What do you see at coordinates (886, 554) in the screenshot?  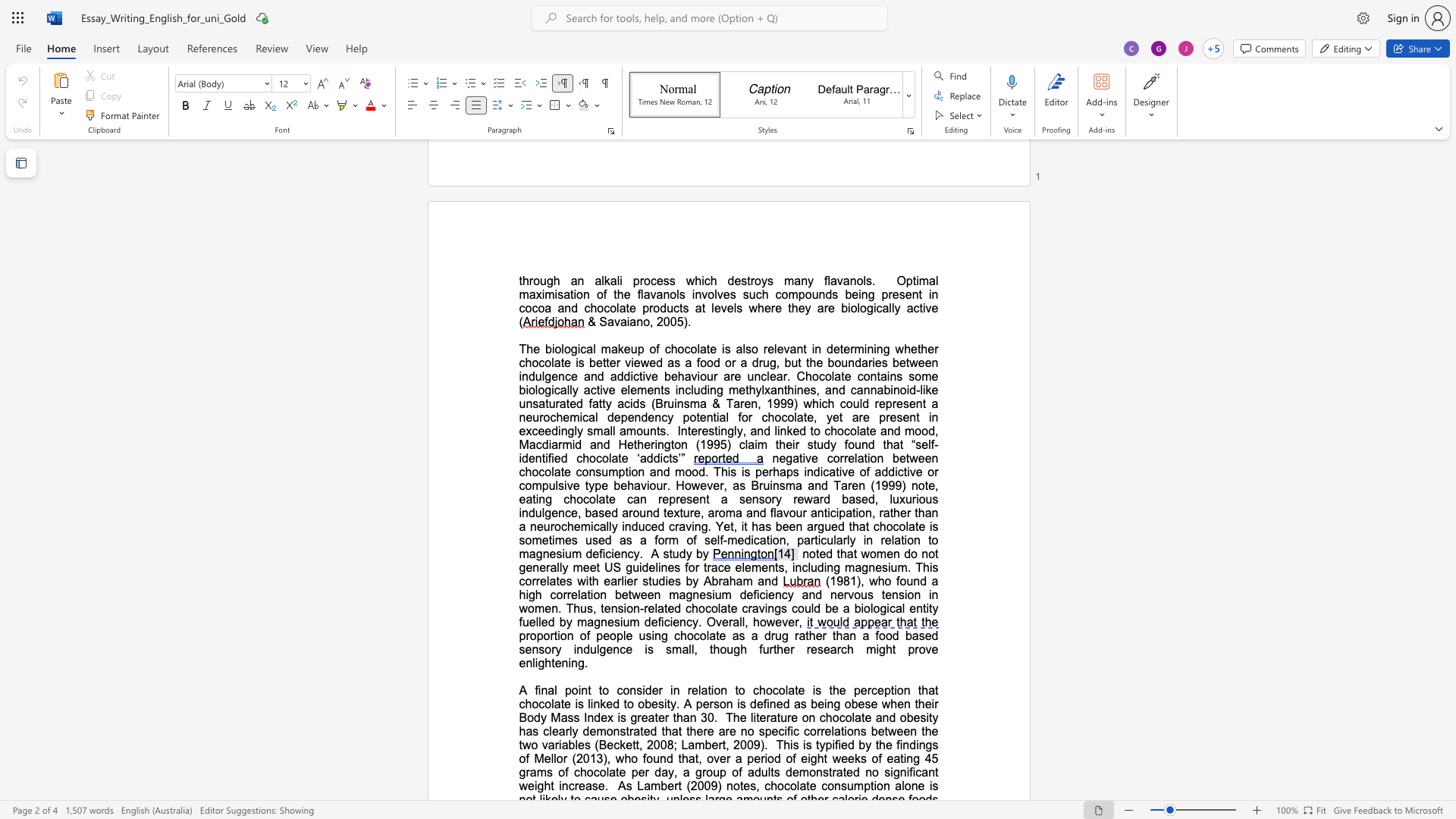 I see `the space between the continuous character "m" and "e" in the text` at bounding box center [886, 554].